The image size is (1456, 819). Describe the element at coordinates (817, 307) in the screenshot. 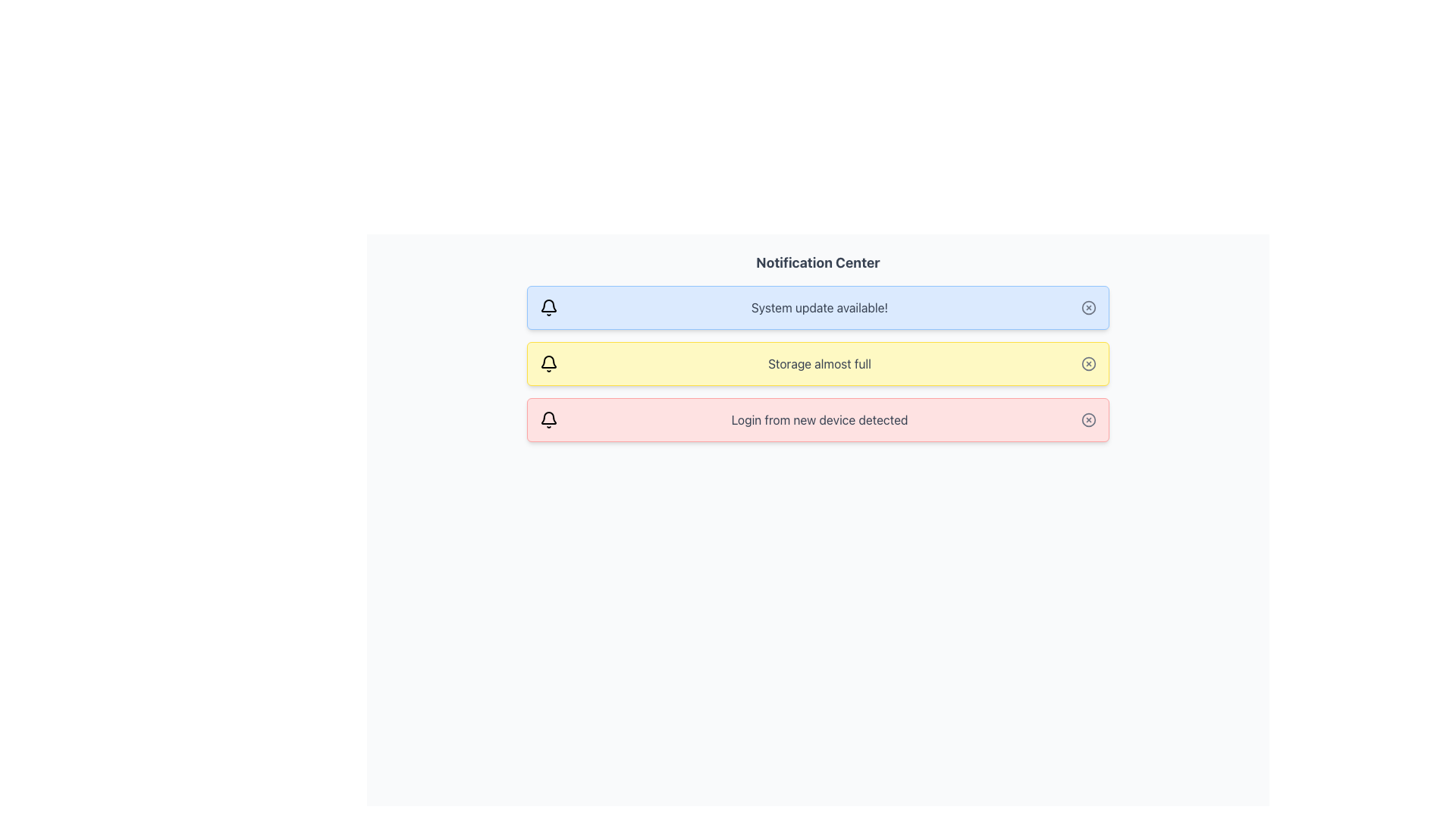

I see `the notification indicating a system update is available, located below the 'Notification Center' title` at that location.